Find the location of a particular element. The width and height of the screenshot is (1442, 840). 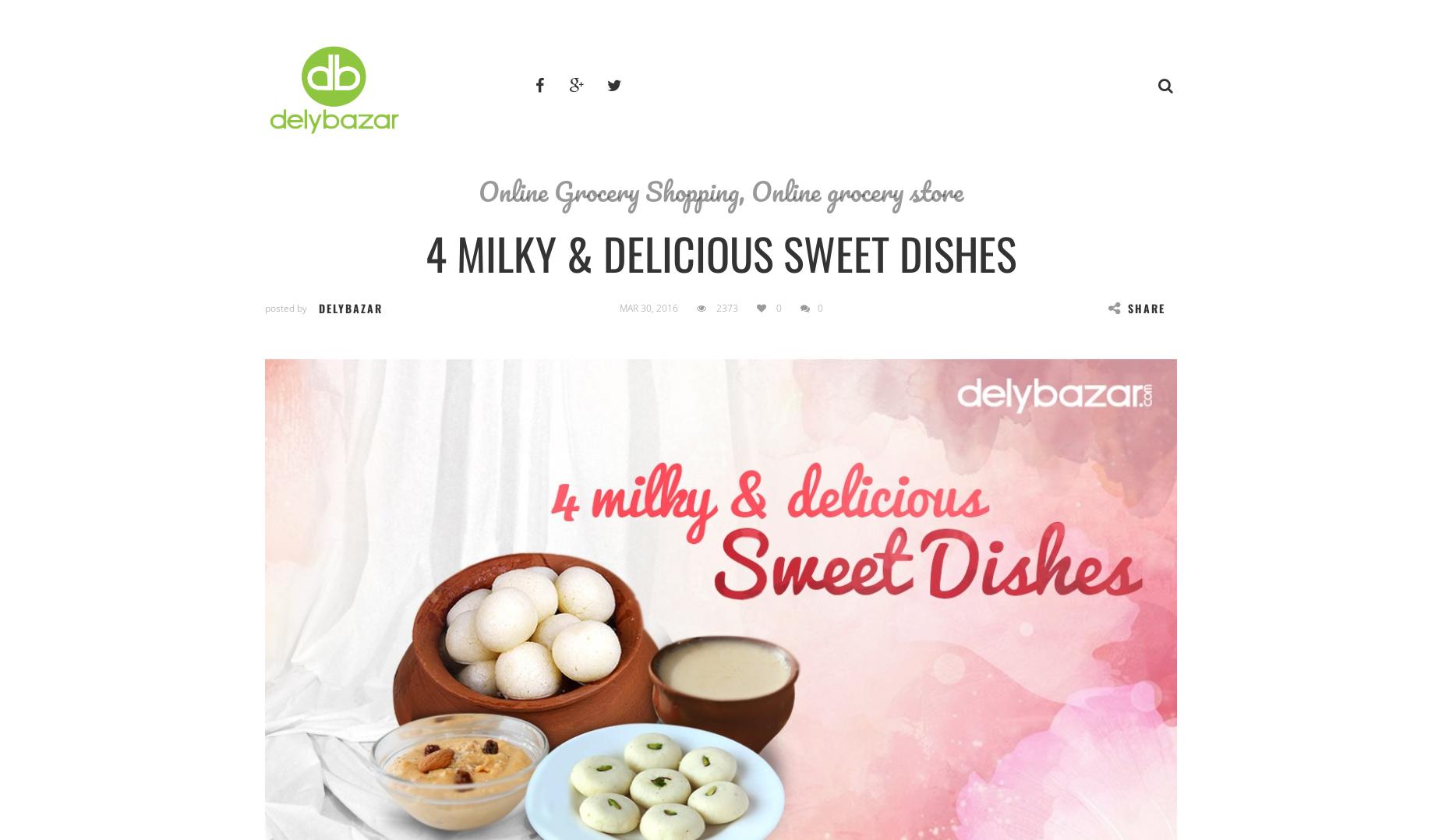

'posted by' is located at coordinates (286, 307).